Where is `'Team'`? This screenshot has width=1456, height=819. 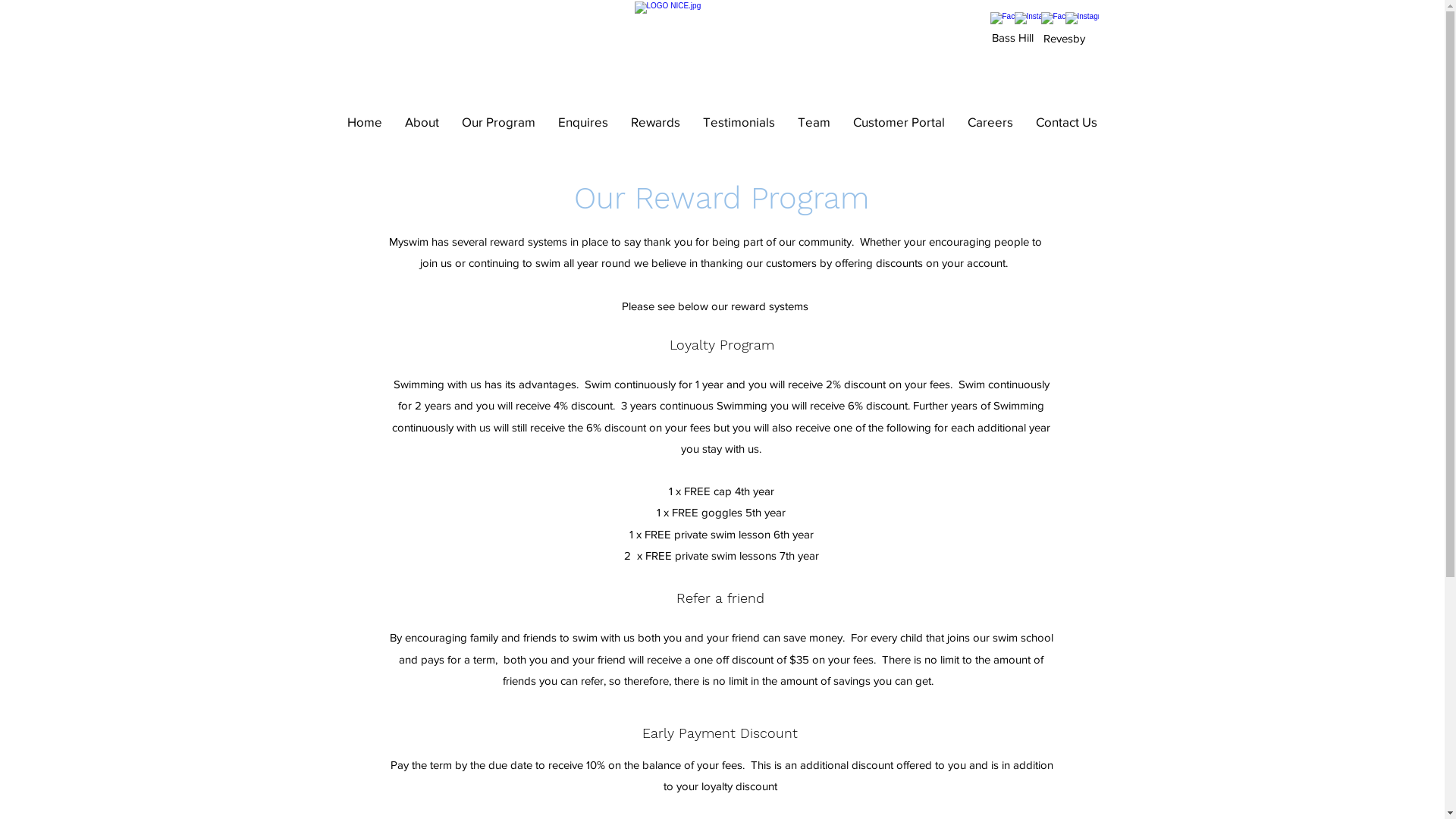 'Team' is located at coordinates (812, 121).